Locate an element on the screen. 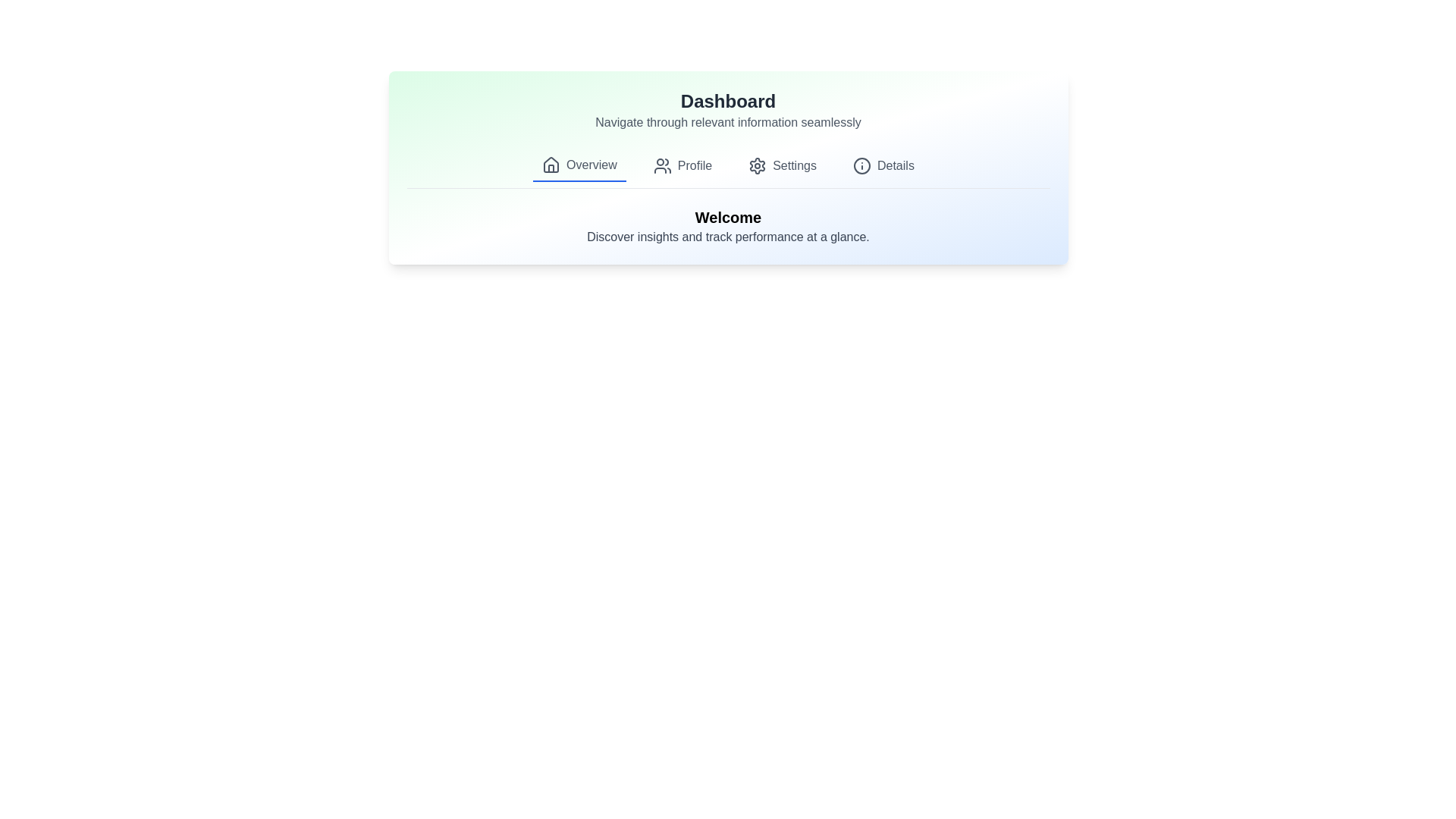 The height and width of the screenshot is (819, 1456). the textual label that reads 'Navigate through relevant information seamlessly', which is styled in gray and positioned centrally under the 'Dashboard' header is located at coordinates (728, 122).